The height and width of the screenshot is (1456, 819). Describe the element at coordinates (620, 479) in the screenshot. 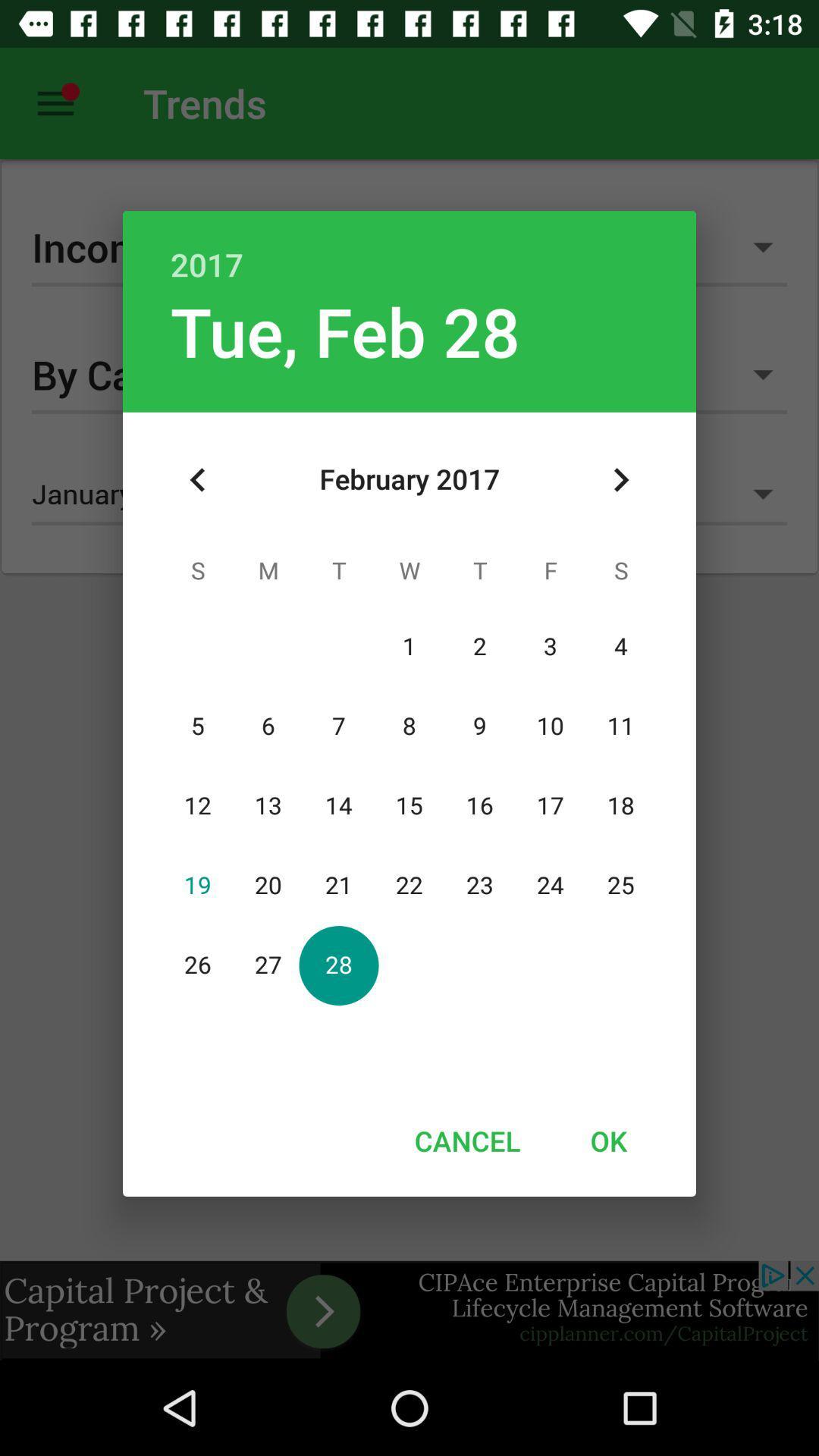

I see `the icon above the ok icon` at that location.